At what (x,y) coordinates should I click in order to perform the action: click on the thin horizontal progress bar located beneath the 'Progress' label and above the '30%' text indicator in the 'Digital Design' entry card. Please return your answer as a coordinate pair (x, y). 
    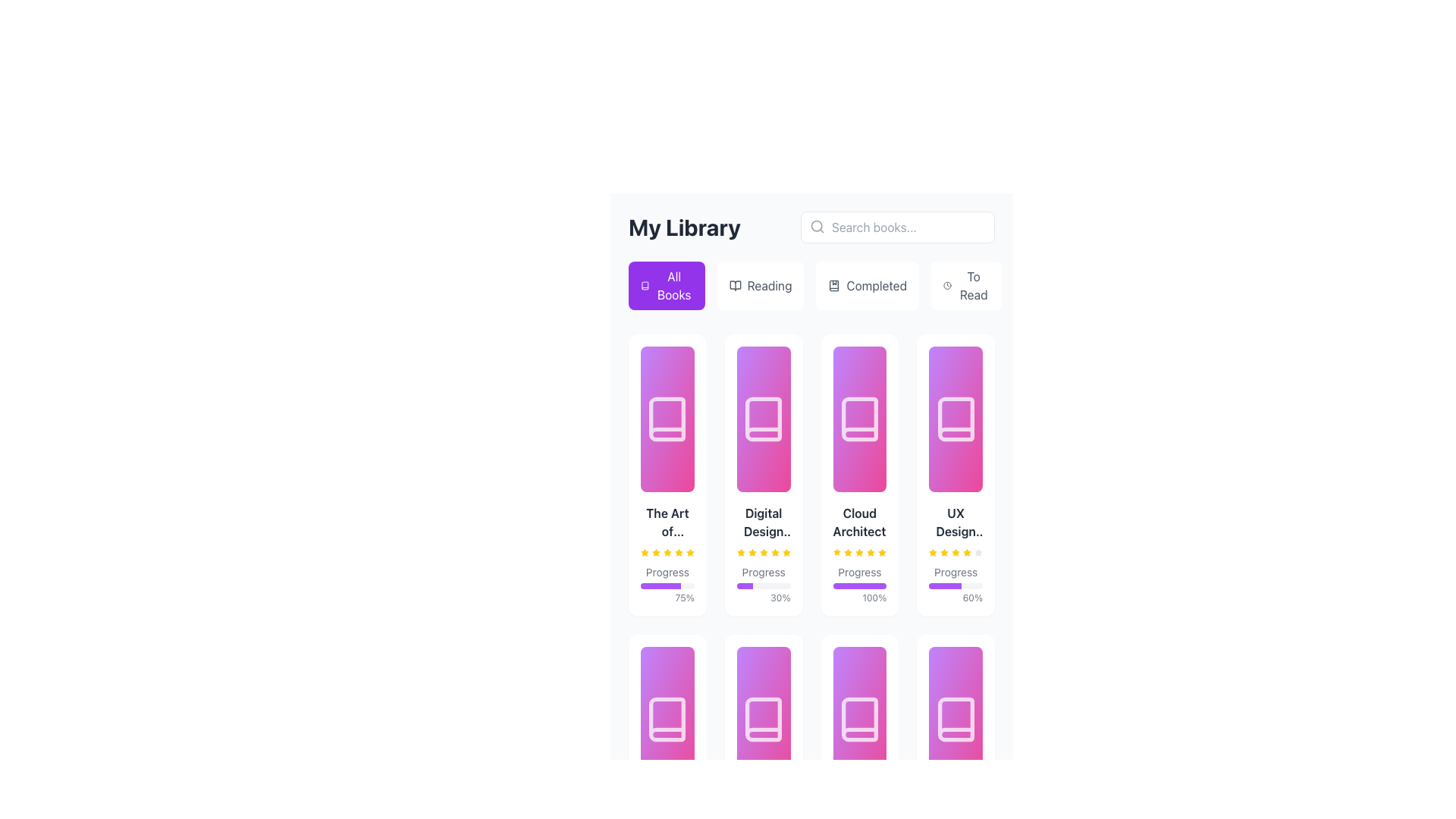
    Looking at the image, I should click on (764, 585).